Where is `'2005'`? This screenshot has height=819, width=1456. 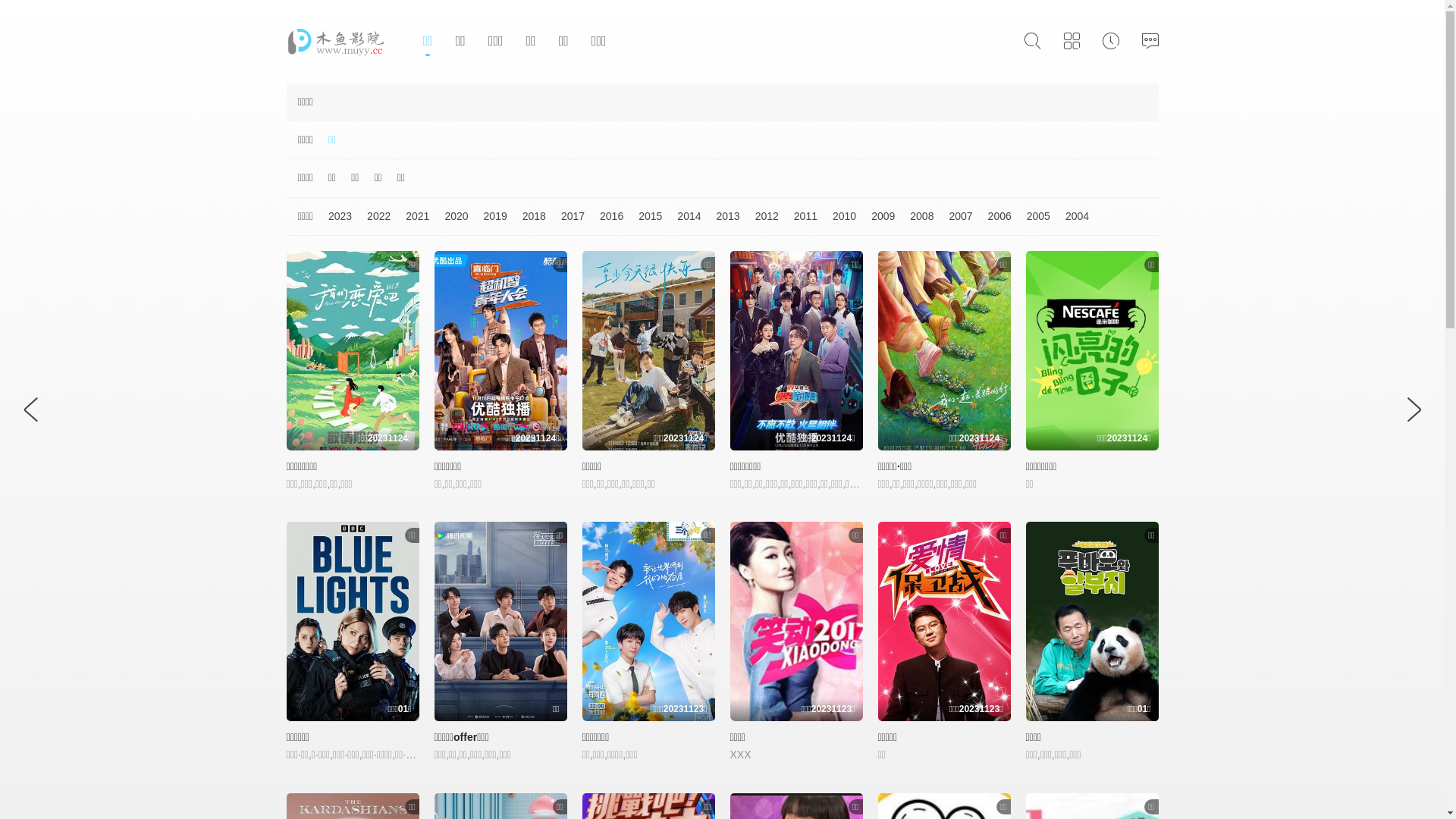
'2005' is located at coordinates (1031, 216).